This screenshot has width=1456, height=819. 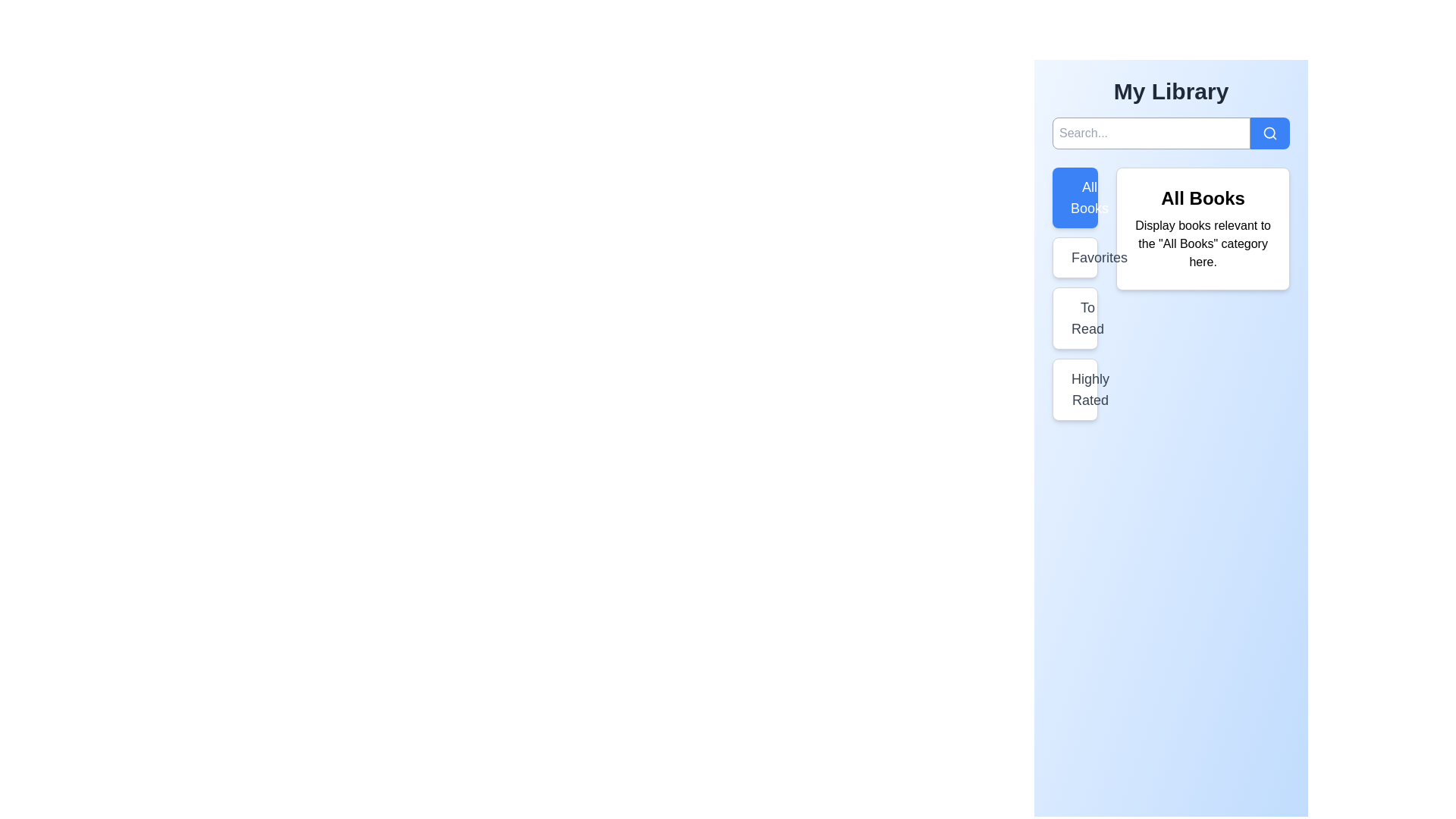 I want to click on the button that switches the view, so click(x=1075, y=256).